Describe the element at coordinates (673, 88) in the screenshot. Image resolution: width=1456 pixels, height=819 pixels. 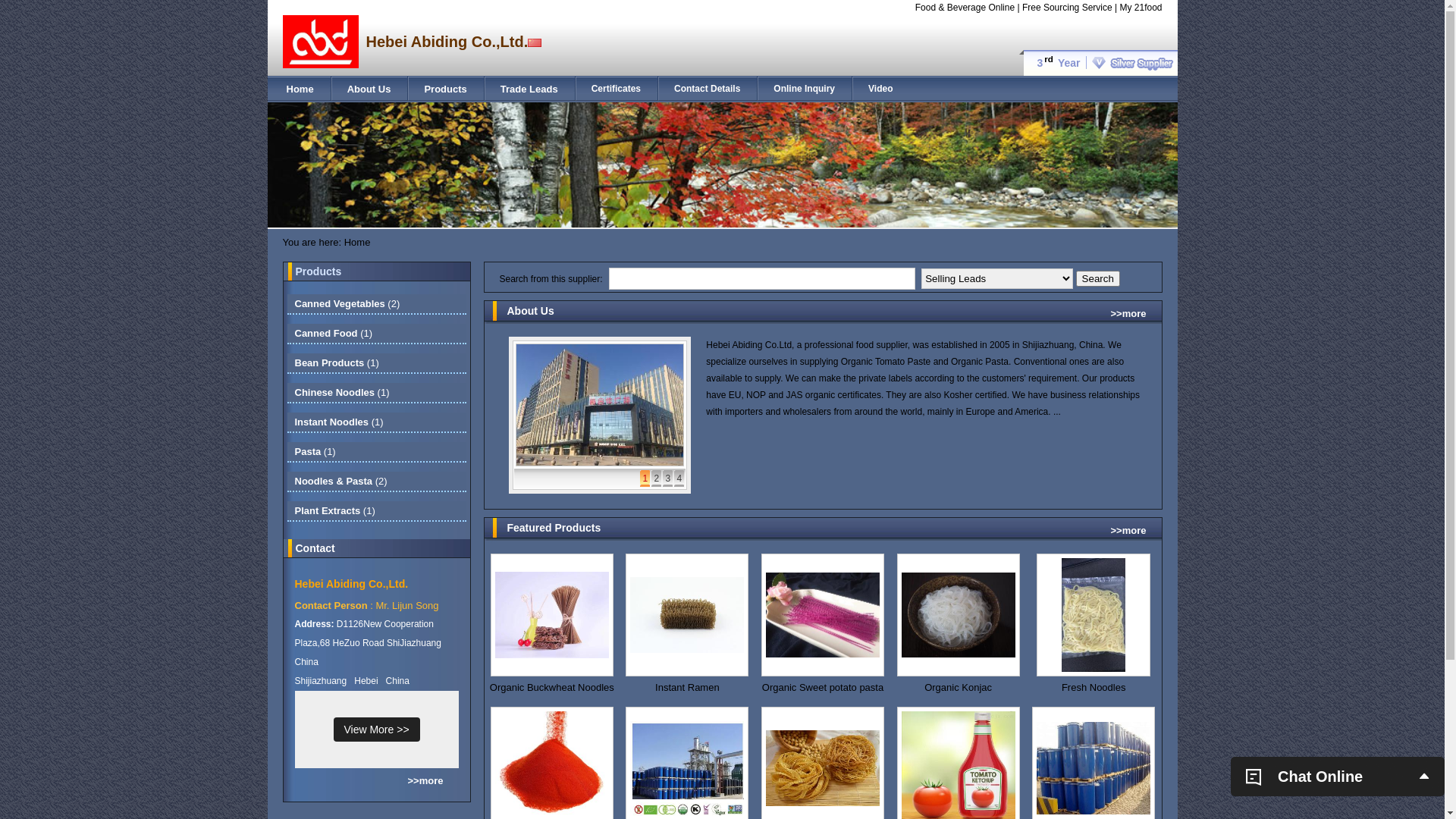
I see `'Contact Details'` at that location.